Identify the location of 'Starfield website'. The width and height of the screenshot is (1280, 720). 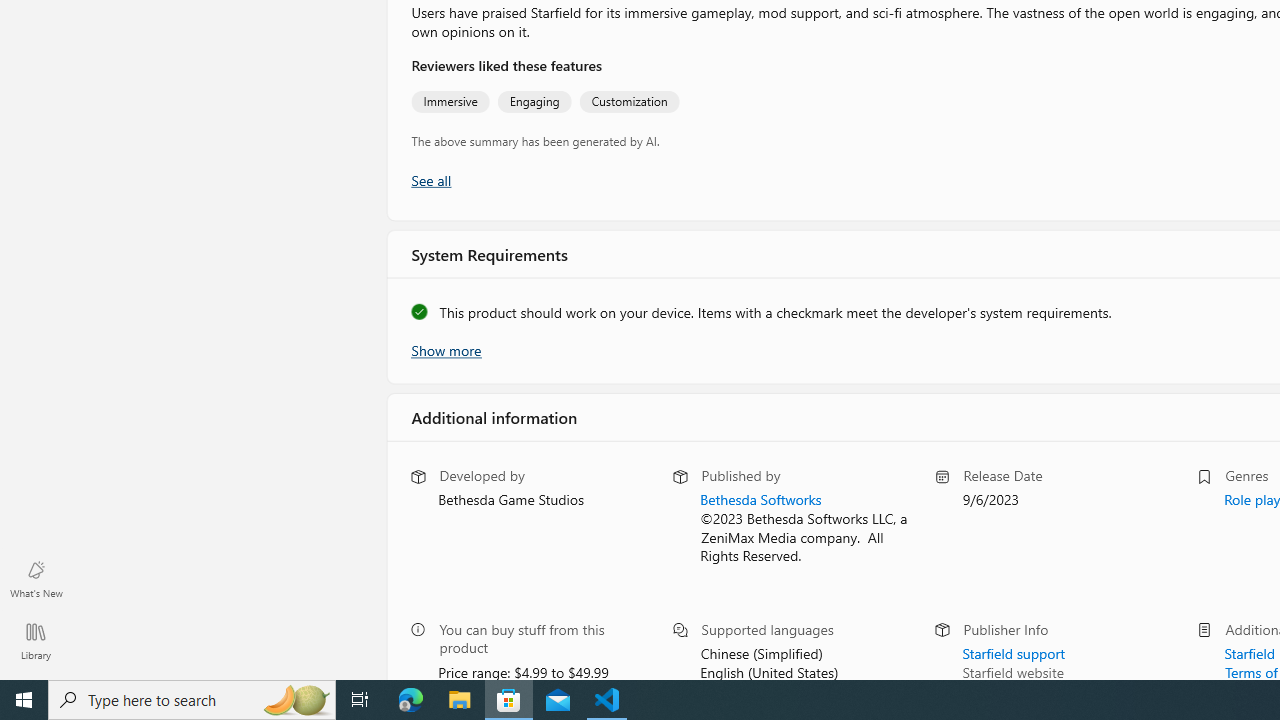
(1012, 670).